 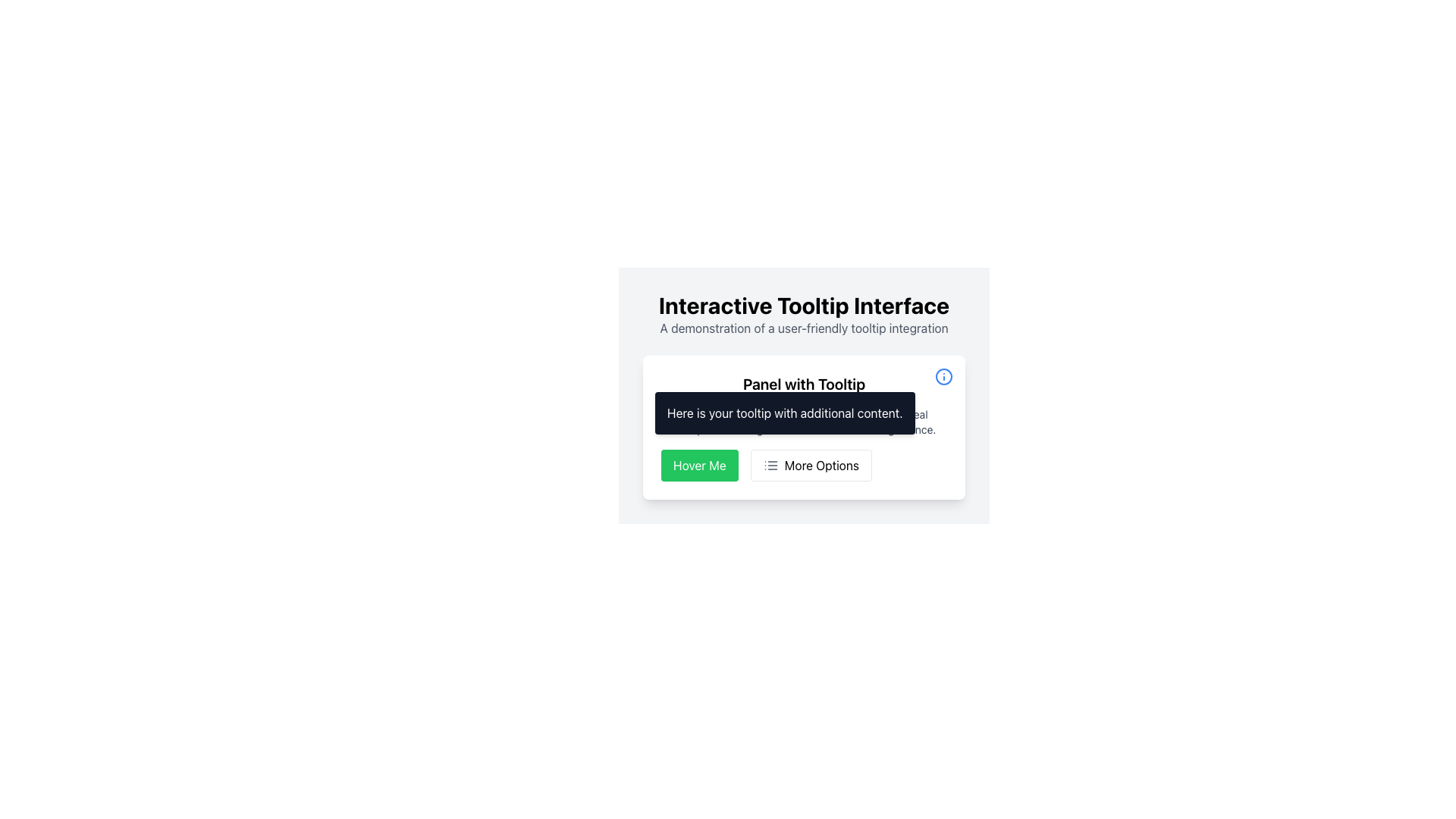 What do you see at coordinates (698, 464) in the screenshot?
I see `the green rectangular button labeled 'Hover Me'` at bounding box center [698, 464].